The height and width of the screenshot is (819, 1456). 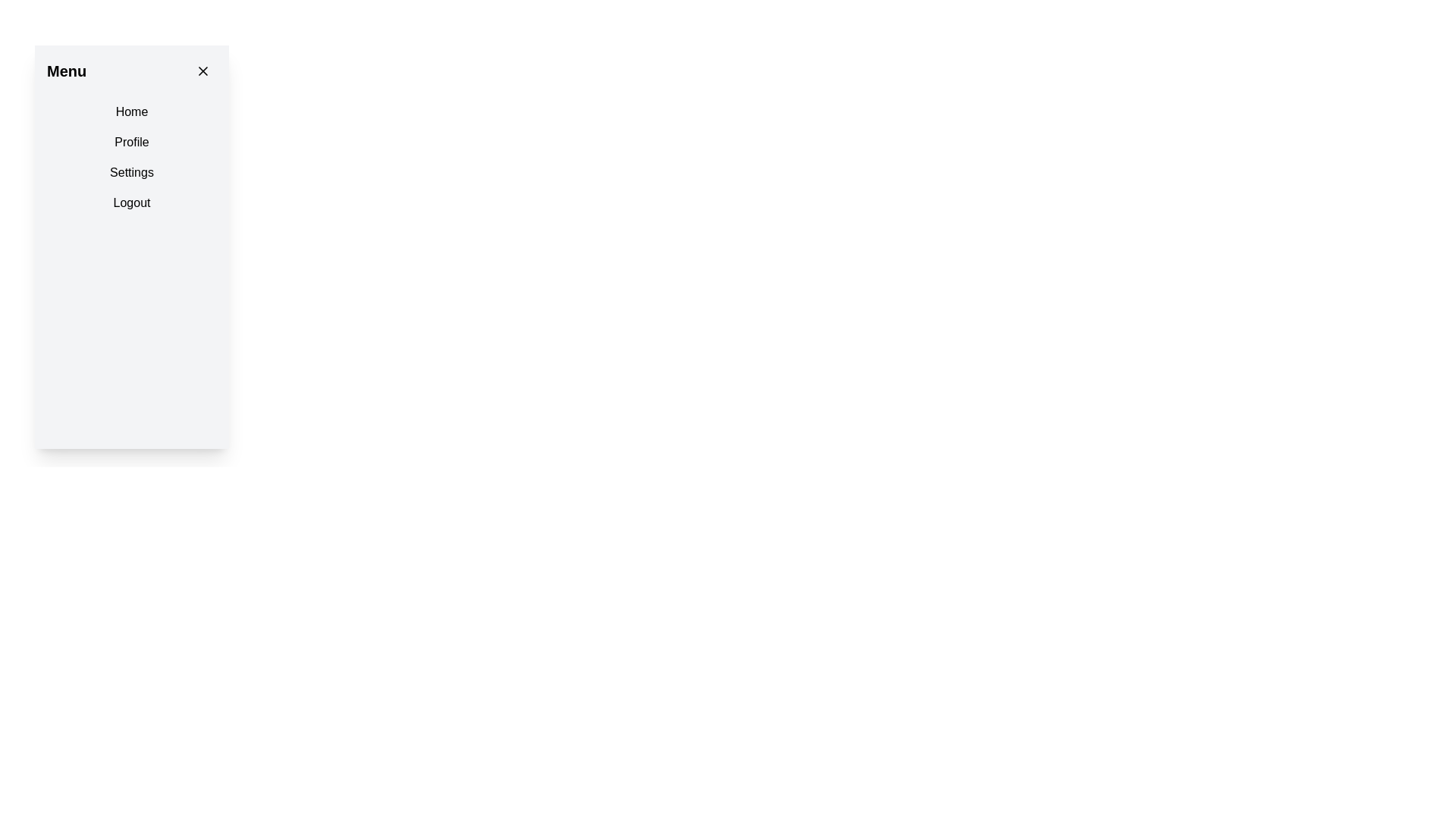 I want to click on the second item in the Menu or Navigation List, which is 'Profile', so click(x=131, y=158).